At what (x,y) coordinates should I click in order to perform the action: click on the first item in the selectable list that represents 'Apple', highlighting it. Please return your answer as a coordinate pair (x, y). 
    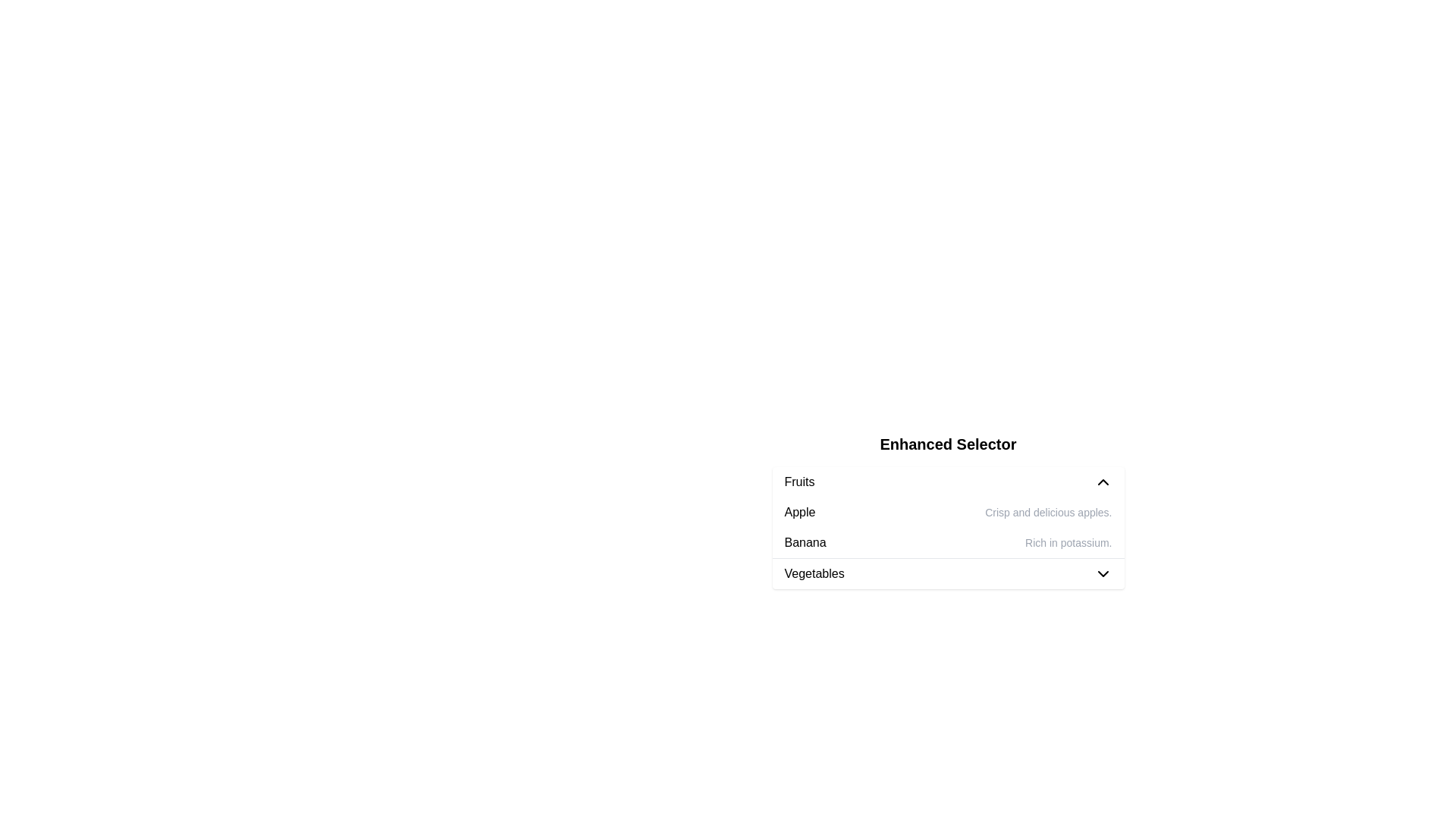
    Looking at the image, I should click on (947, 512).